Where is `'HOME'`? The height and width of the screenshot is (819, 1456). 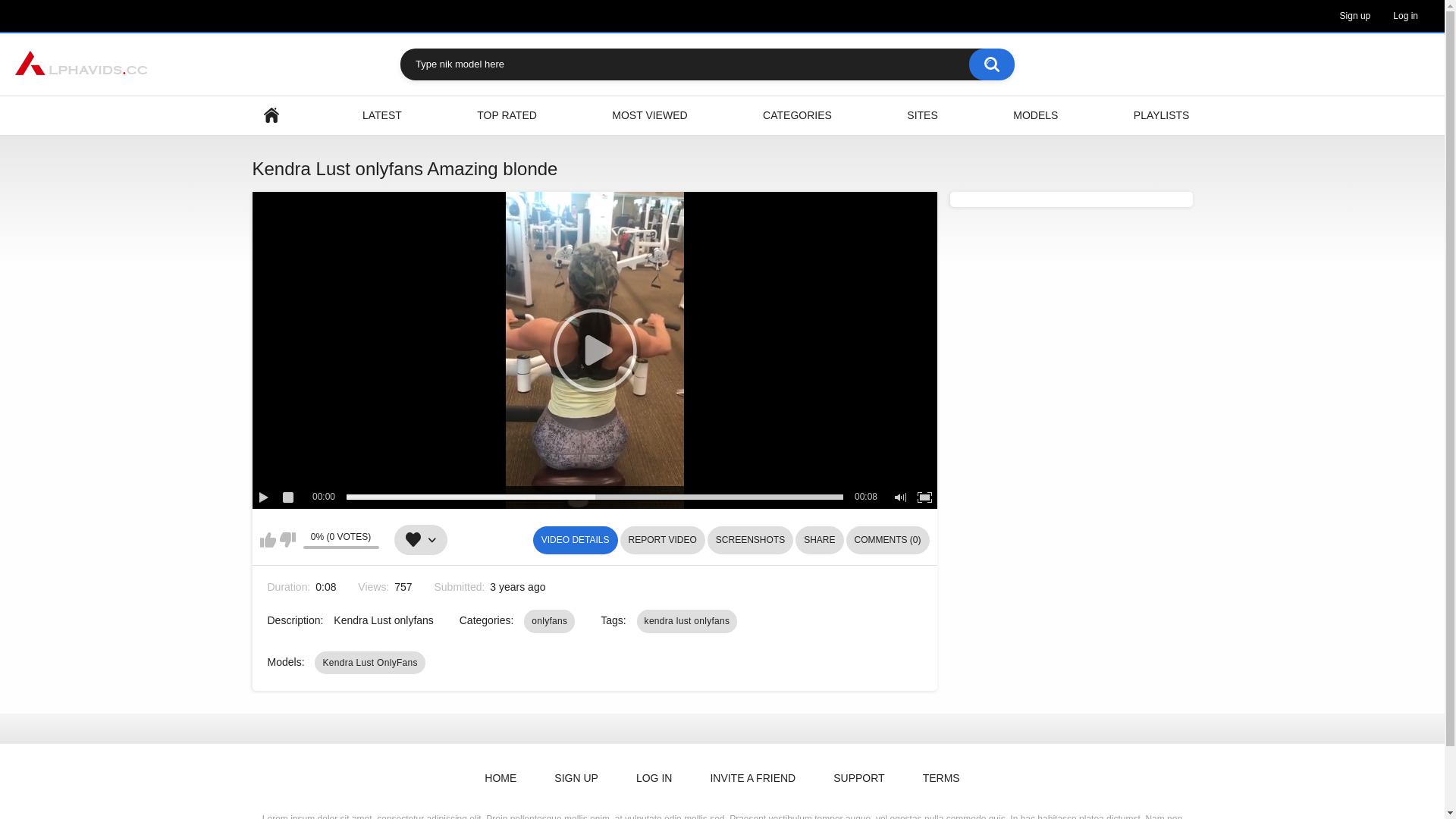
'HOME' is located at coordinates (500, 778).